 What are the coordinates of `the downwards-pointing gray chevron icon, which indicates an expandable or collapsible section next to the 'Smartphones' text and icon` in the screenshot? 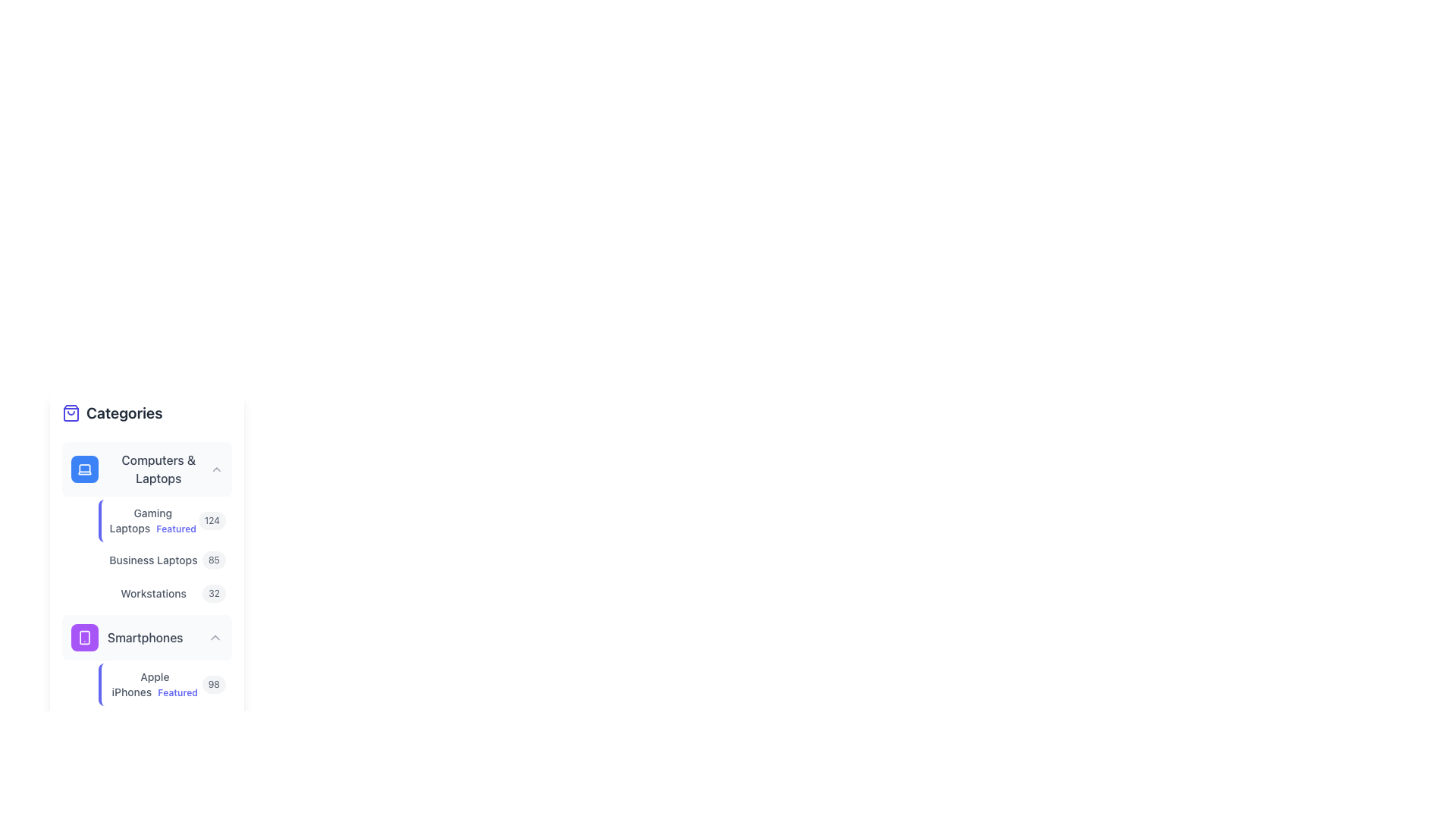 It's located at (214, 637).